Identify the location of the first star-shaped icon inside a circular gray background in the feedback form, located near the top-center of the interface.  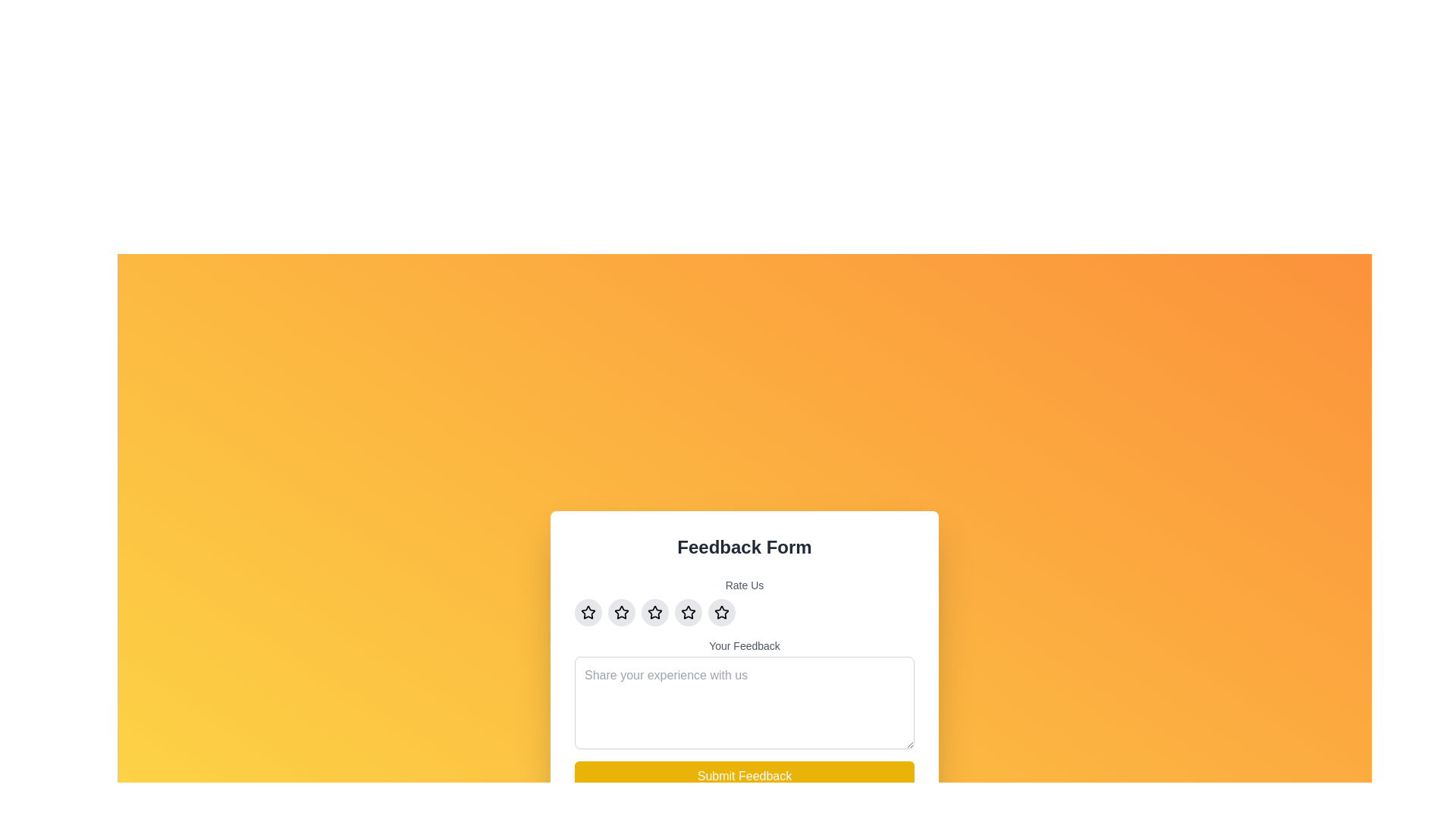
(588, 611).